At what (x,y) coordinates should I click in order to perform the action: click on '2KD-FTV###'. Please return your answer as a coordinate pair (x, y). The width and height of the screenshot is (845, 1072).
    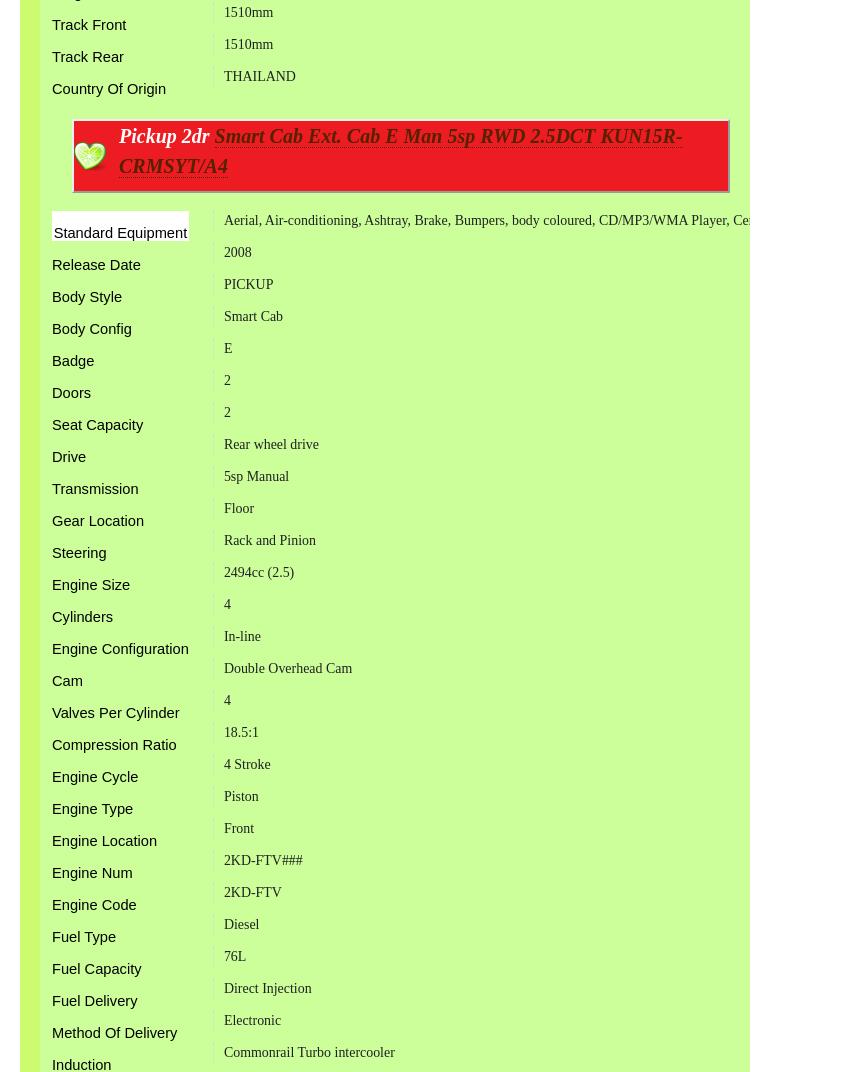
    Looking at the image, I should click on (262, 859).